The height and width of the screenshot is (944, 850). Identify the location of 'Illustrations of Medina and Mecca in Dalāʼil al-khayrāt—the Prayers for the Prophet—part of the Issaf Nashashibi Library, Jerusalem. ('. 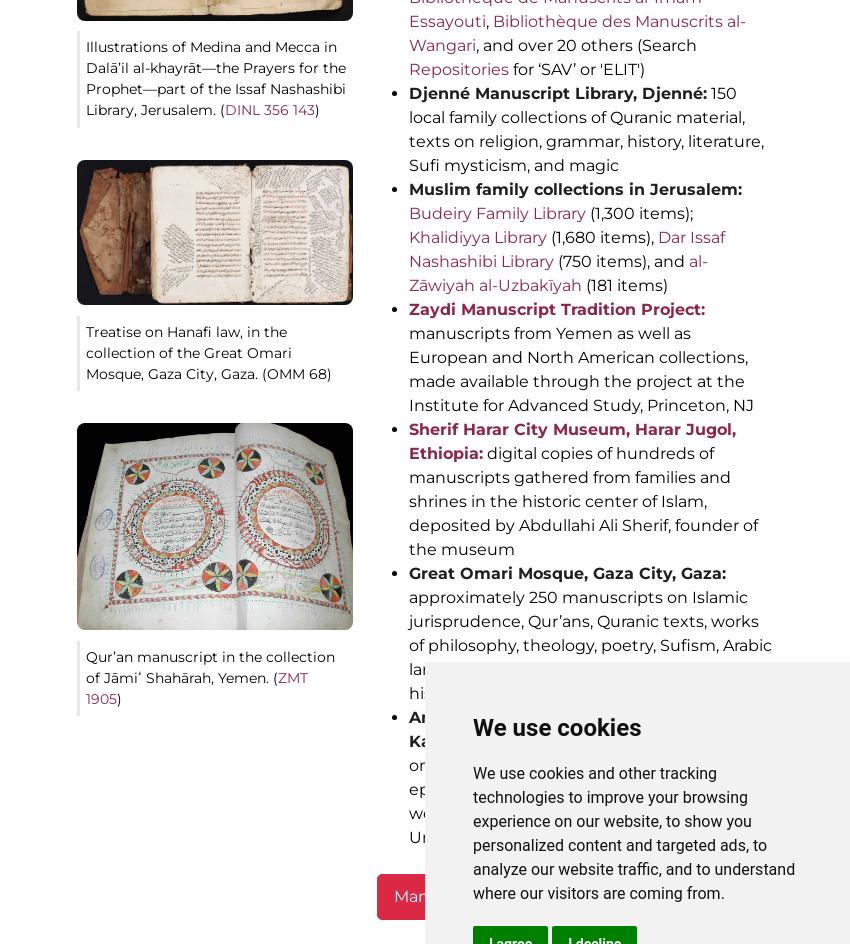
(85, 77).